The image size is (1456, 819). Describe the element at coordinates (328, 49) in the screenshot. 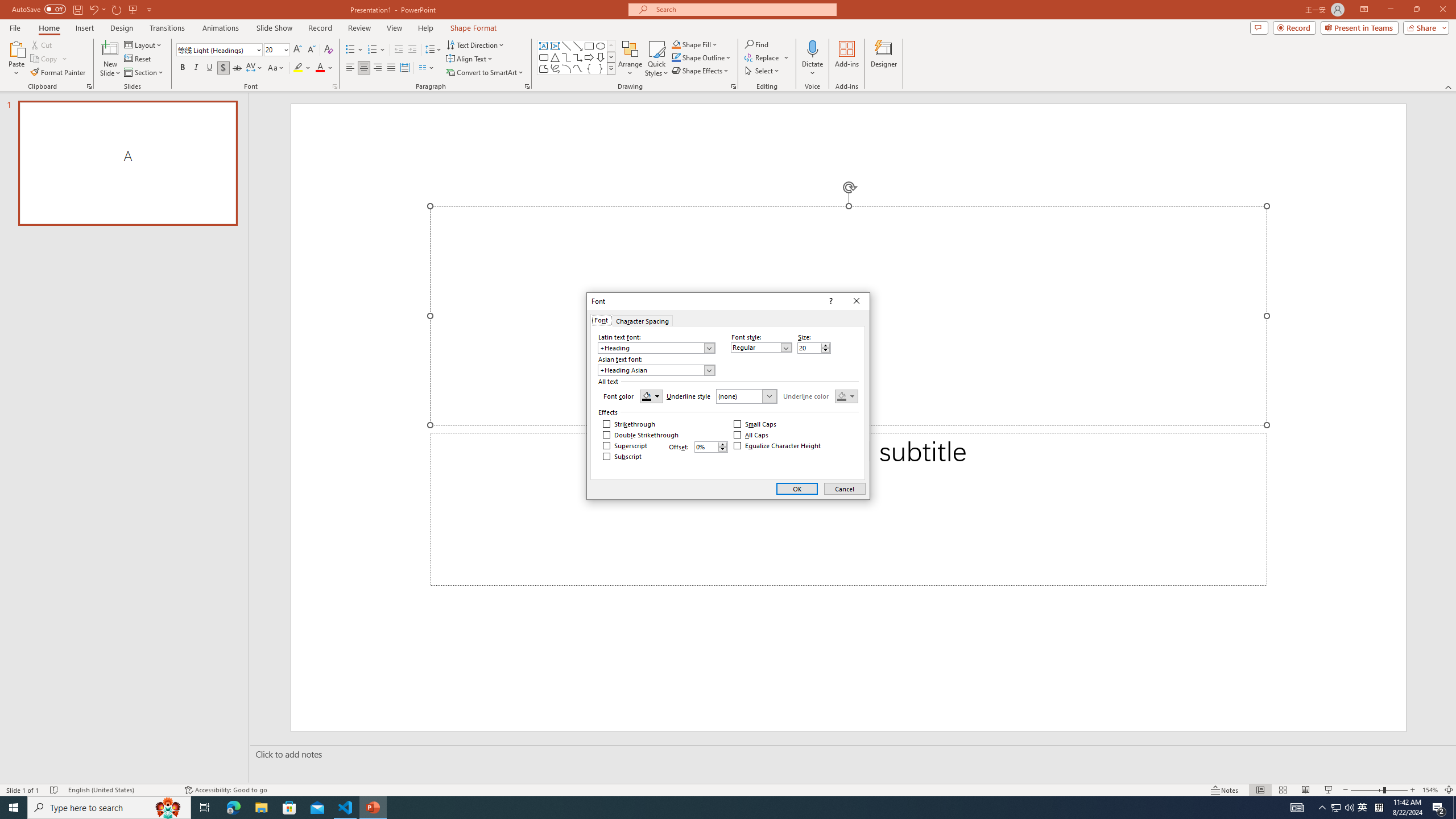

I see `'Clear Formatting'` at that location.